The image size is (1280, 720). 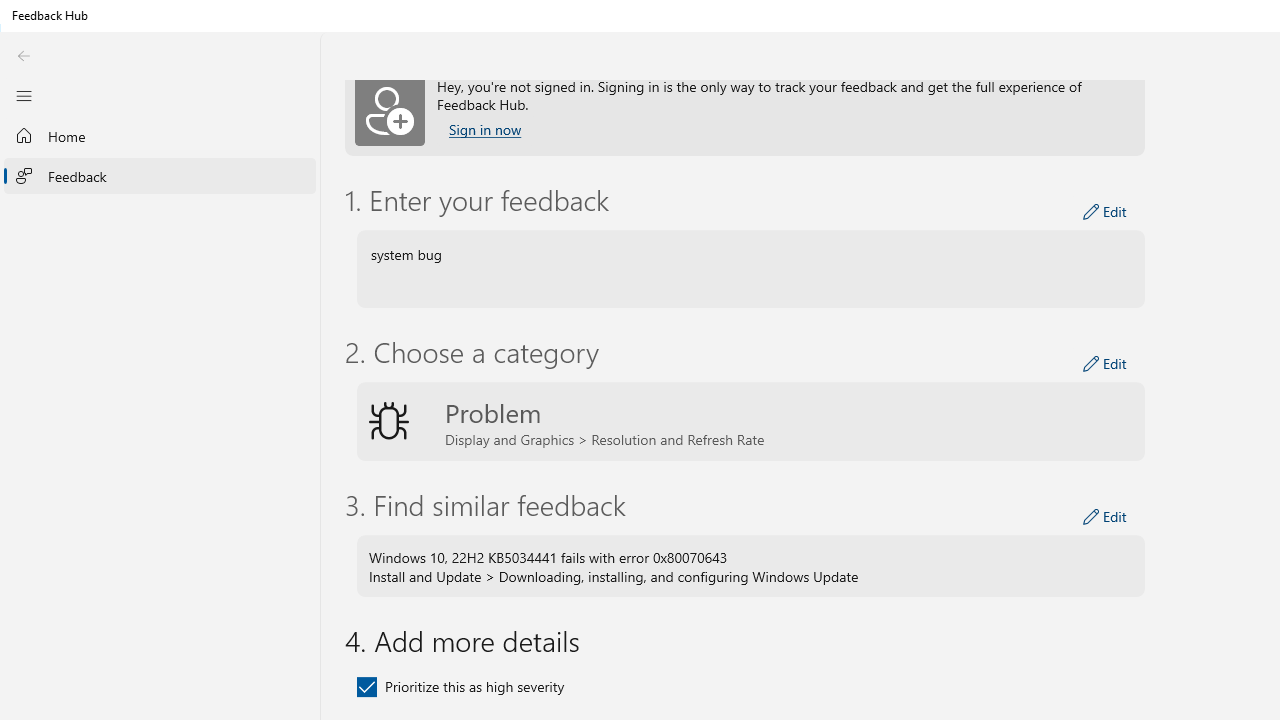 I want to click on 'Feedback', so click(x=160, y=174).